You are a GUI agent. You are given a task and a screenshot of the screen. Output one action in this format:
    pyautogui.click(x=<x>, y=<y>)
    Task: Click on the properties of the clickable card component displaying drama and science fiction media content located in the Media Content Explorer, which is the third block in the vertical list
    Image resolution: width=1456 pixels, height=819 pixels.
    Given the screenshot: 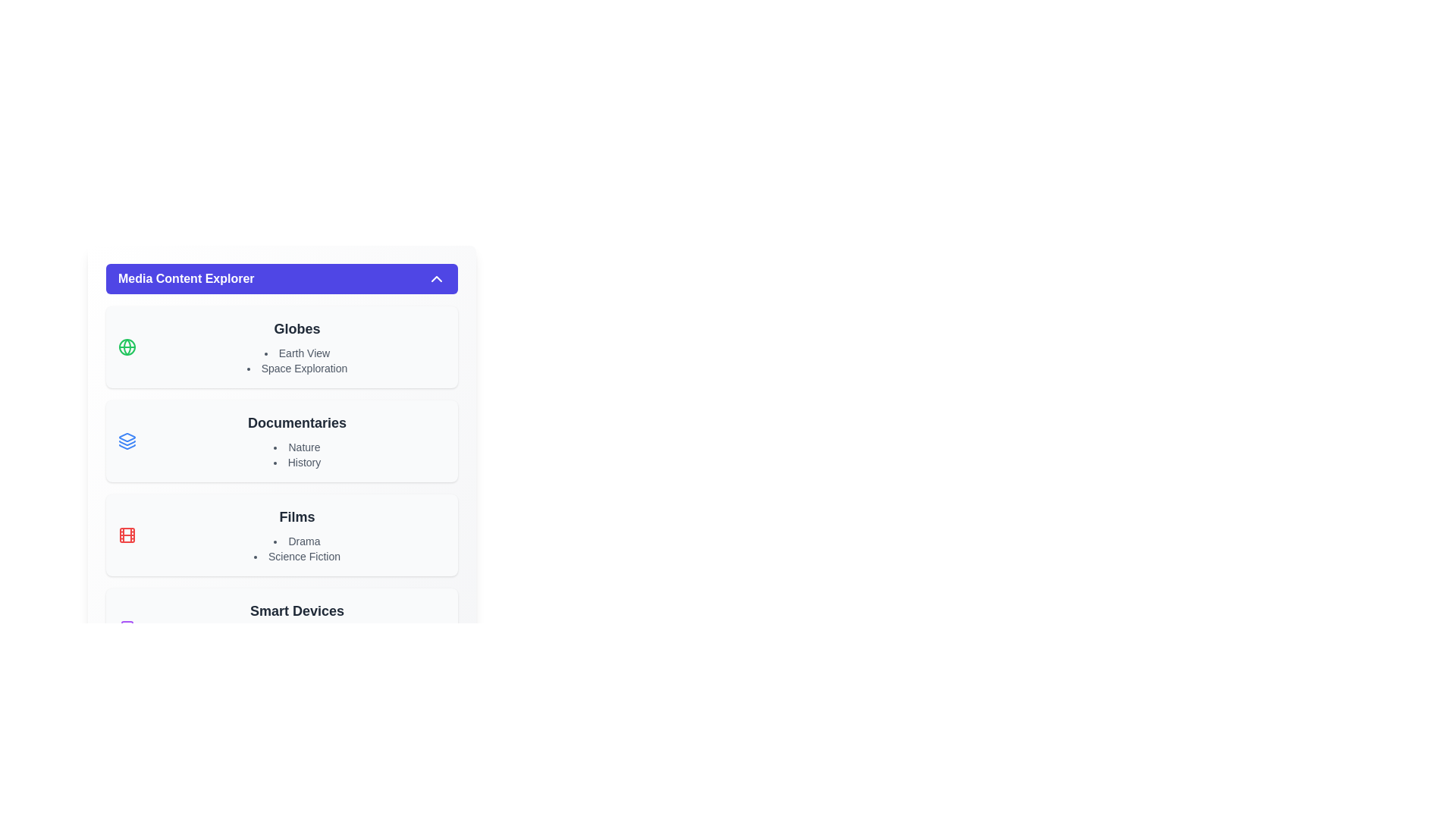 What is the action you would take?
    pyautogui.click(x=282, y=534)
    